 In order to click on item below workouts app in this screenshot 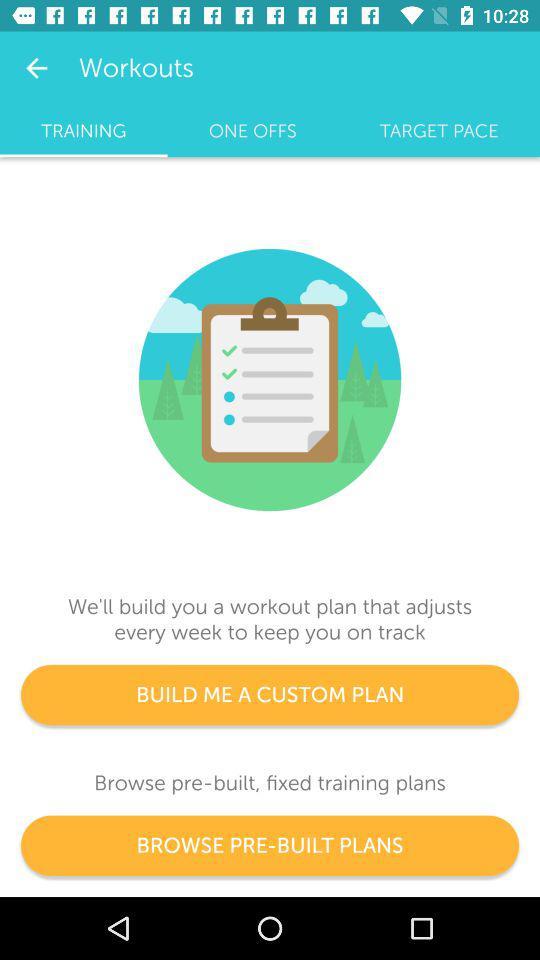, I will do `click(252, 130)`.